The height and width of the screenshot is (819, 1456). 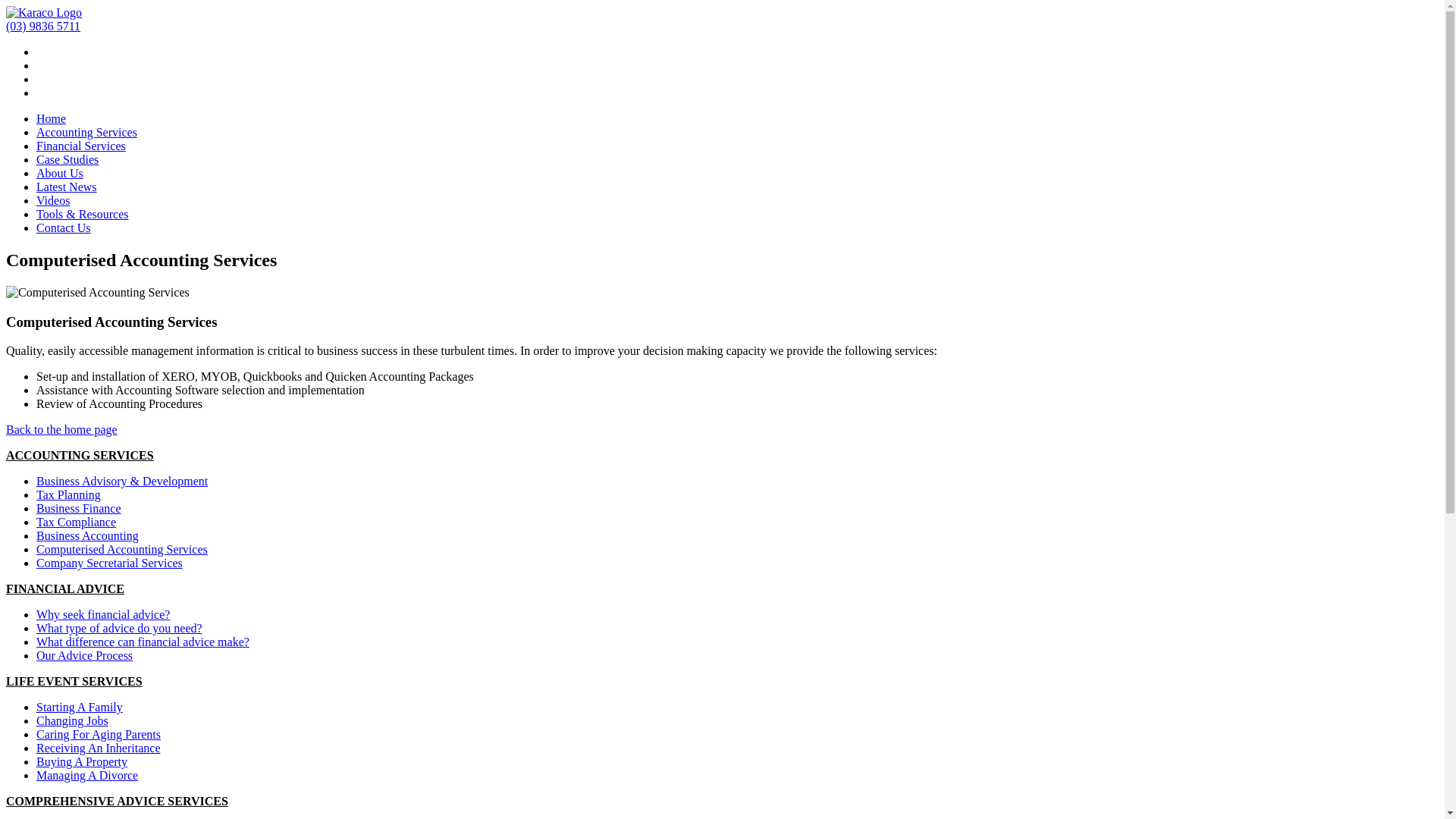 I want to click on 'Business Finance', so click(x=78, y=508).